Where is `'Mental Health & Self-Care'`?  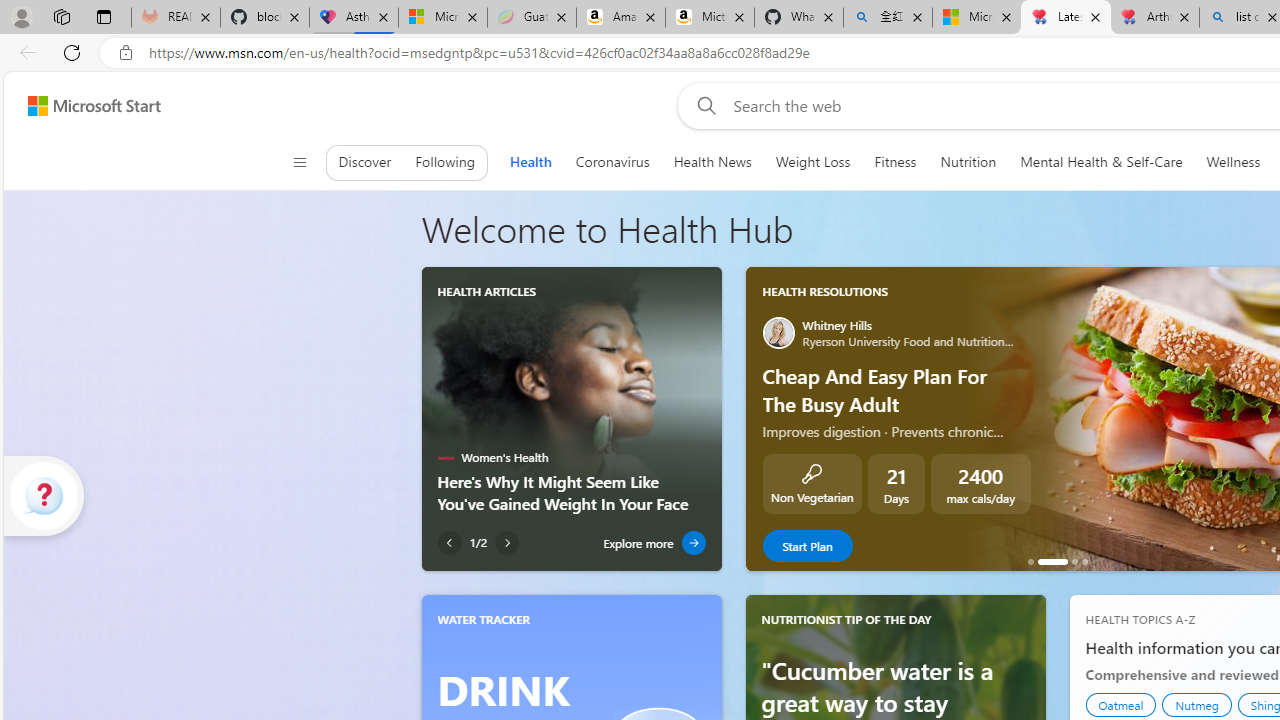 'Mental Health & Self-Care' is located at coordinates (1100, 161).